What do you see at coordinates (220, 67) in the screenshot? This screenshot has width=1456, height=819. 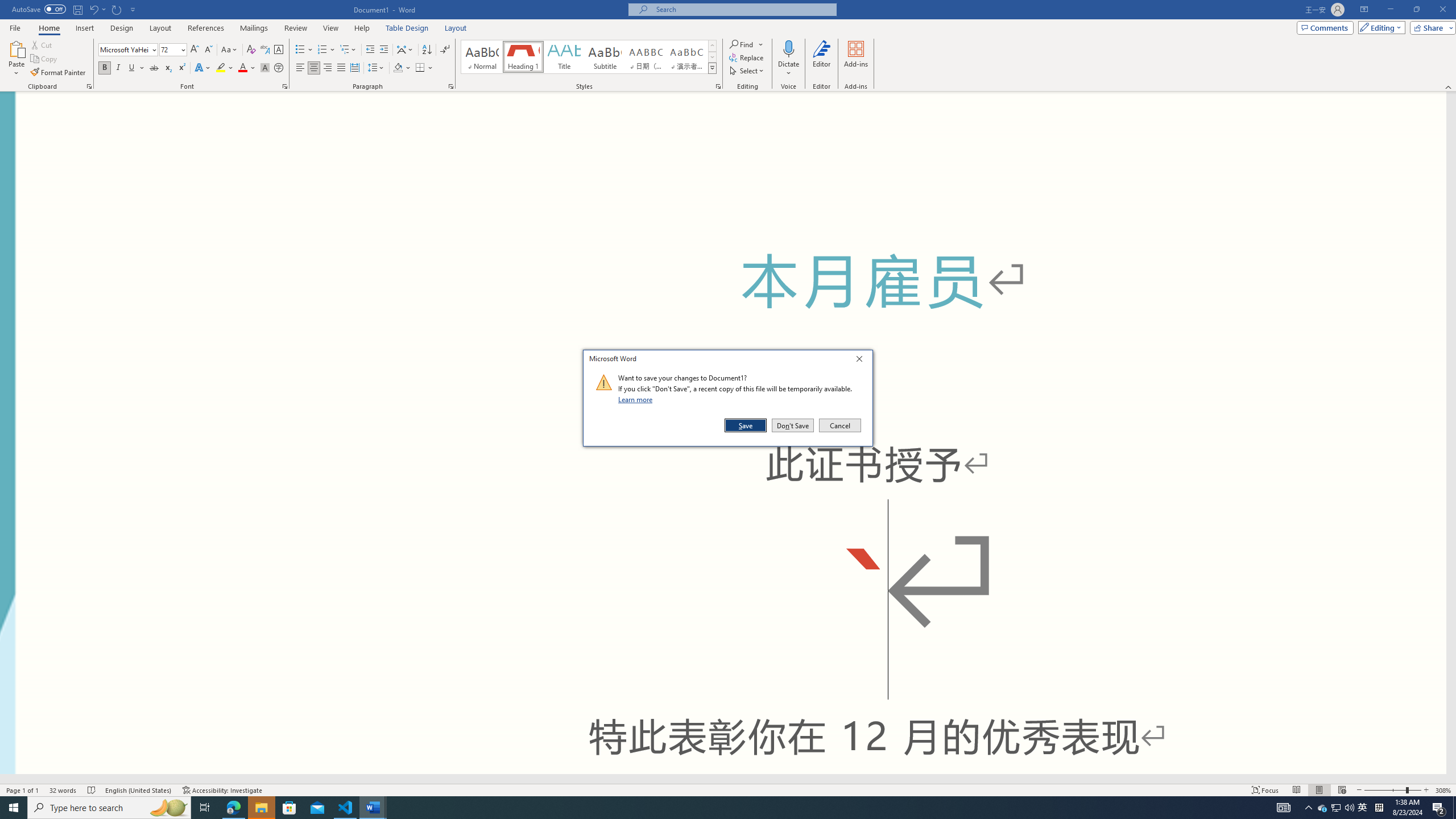 I see `'Text Highlight Color Yellow'` at bounding box center [220, 67].